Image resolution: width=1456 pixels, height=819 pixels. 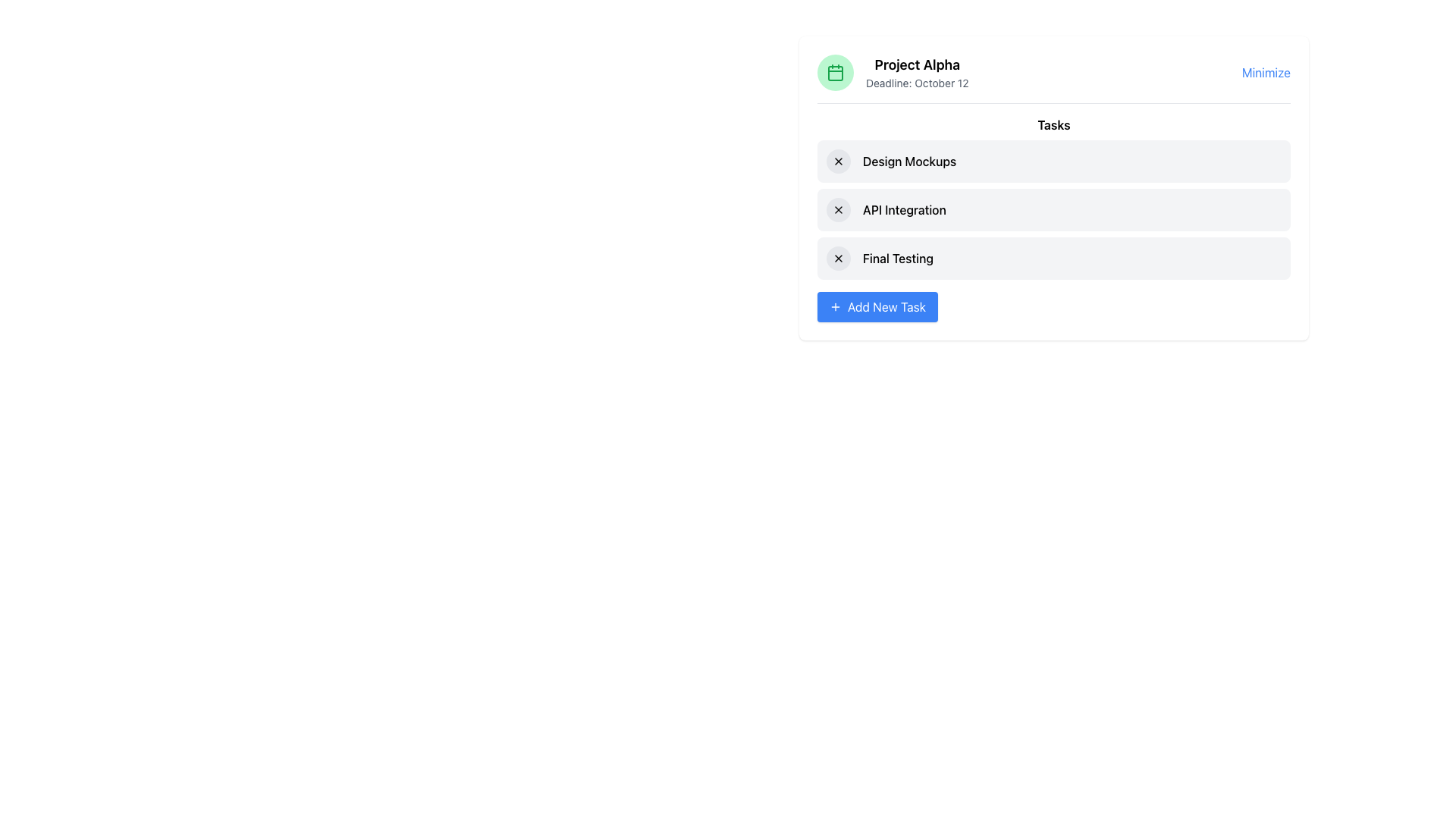 I want to click on the 'Add New Task' button located at the bottom of the 'Tasks' section, so click(x=877, y=307).